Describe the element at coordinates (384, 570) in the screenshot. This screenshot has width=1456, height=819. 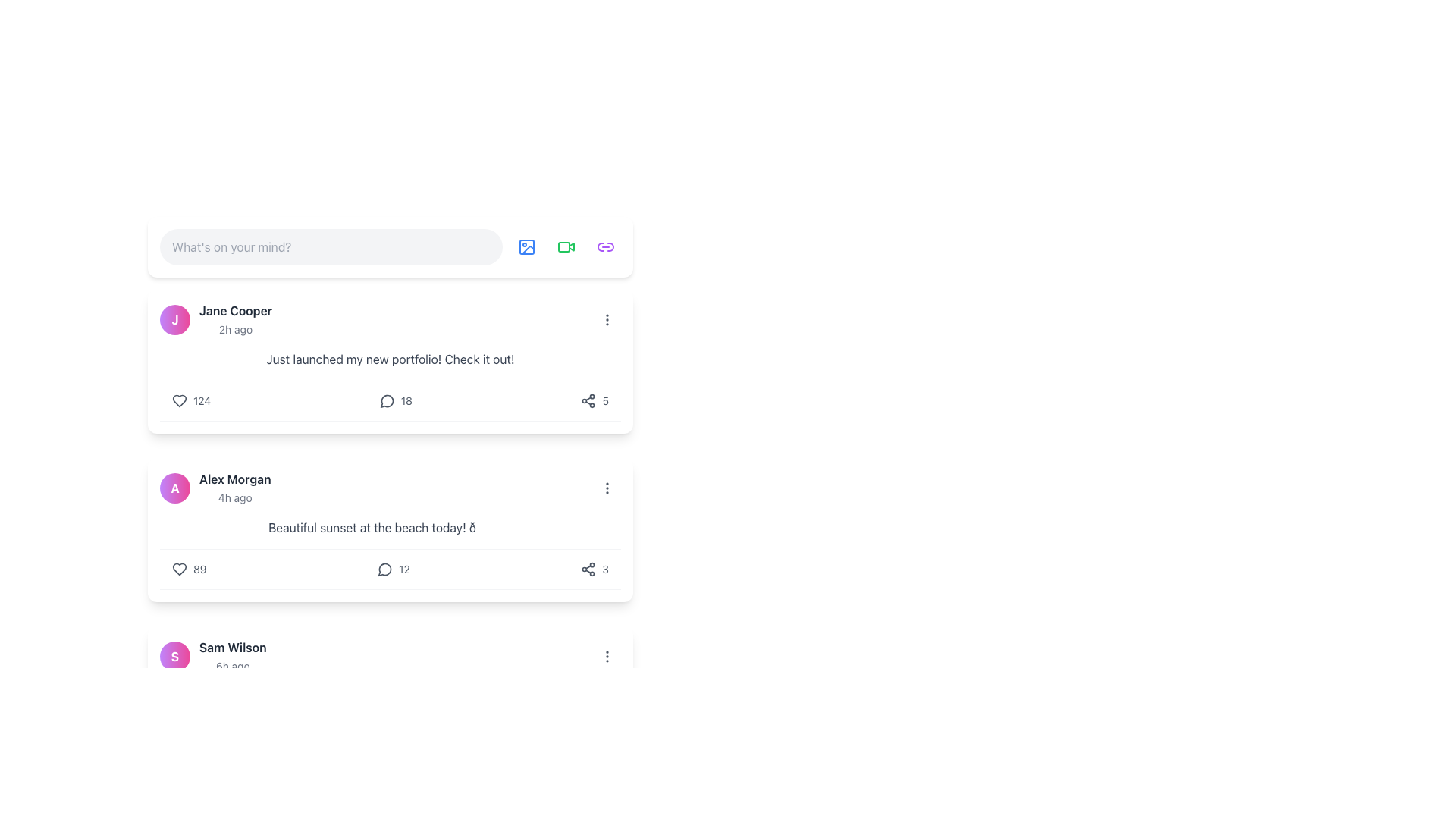
I see `the speech bubble icon located below the username 'Alex Morgan'` at that location.